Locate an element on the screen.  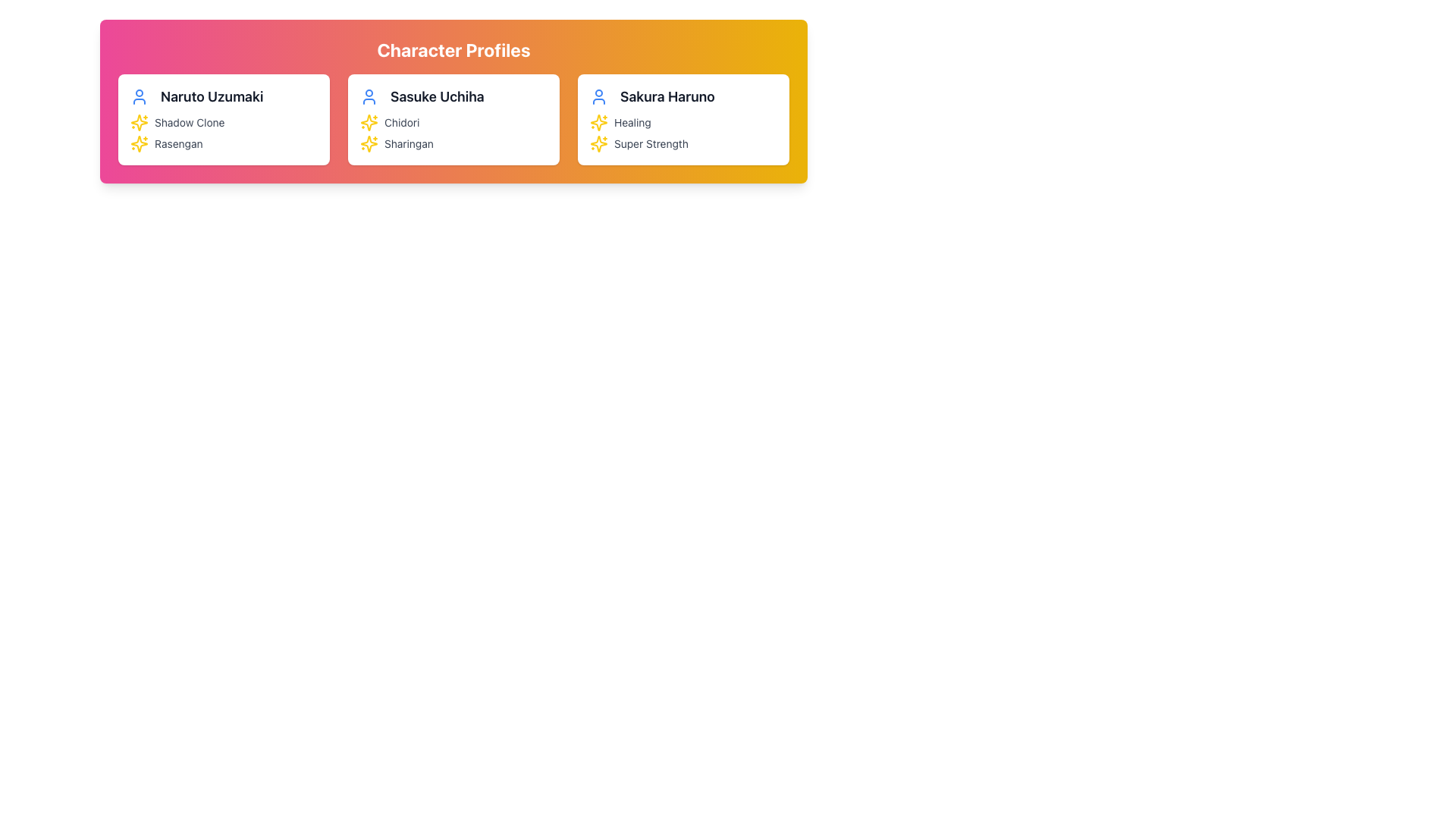
the static list item displaying abilities or skills associated with the character 'Naruto Uzumaki', located in the lower portion of the card is located at coordinates (223, 133).